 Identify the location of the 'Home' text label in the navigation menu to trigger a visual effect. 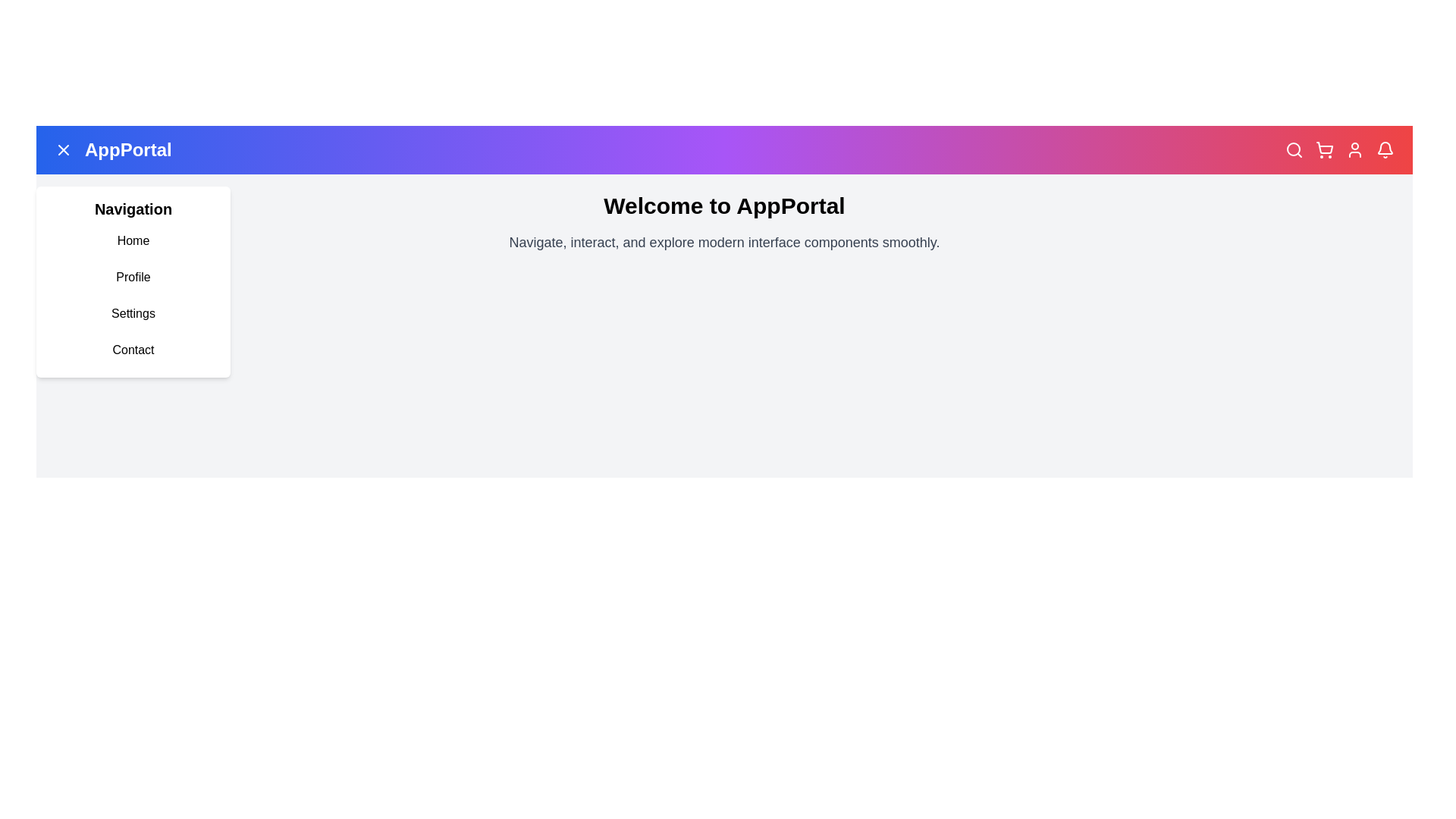
(133, 240).